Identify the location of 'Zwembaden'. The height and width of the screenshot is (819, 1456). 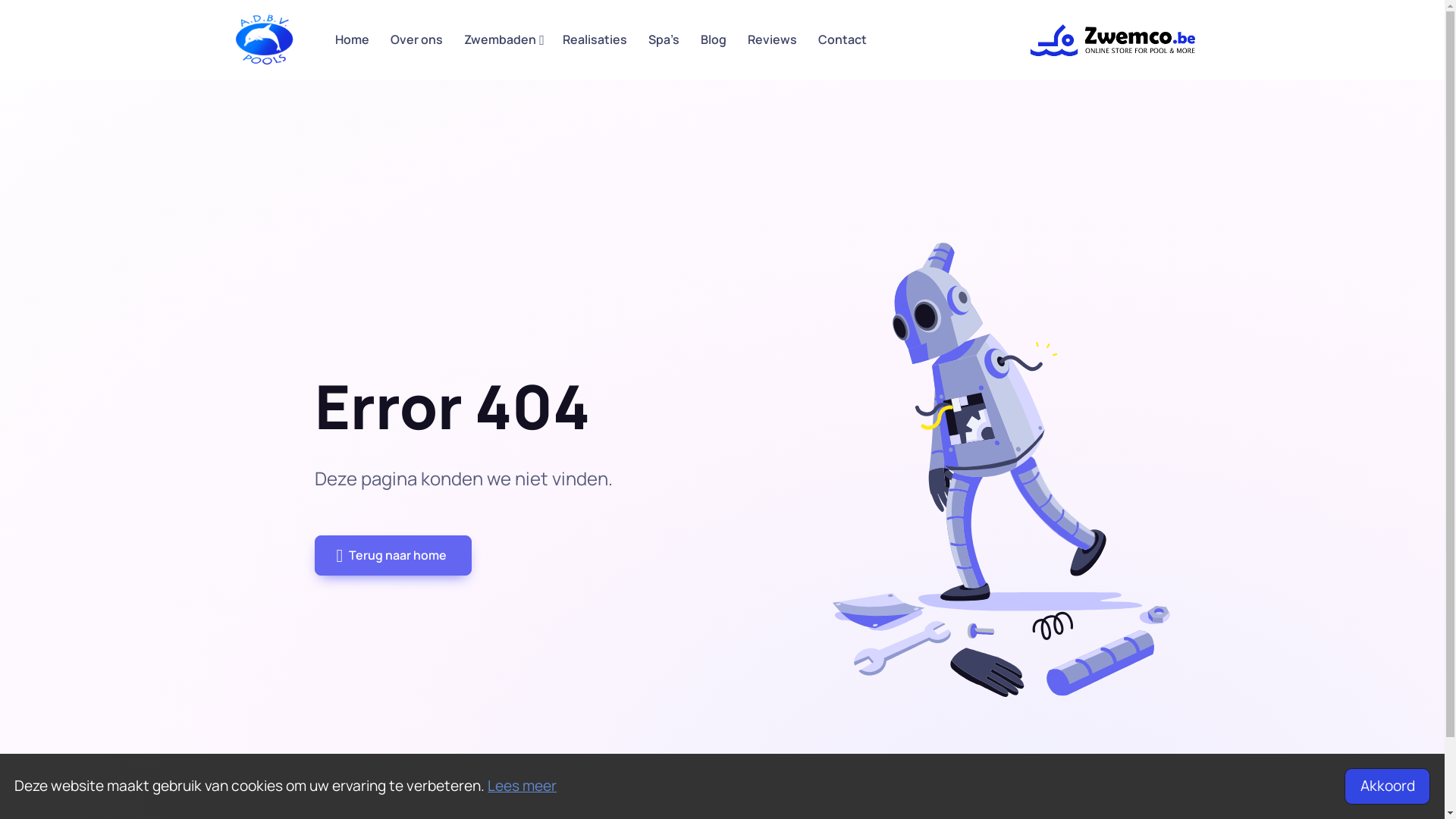
(502, 39).